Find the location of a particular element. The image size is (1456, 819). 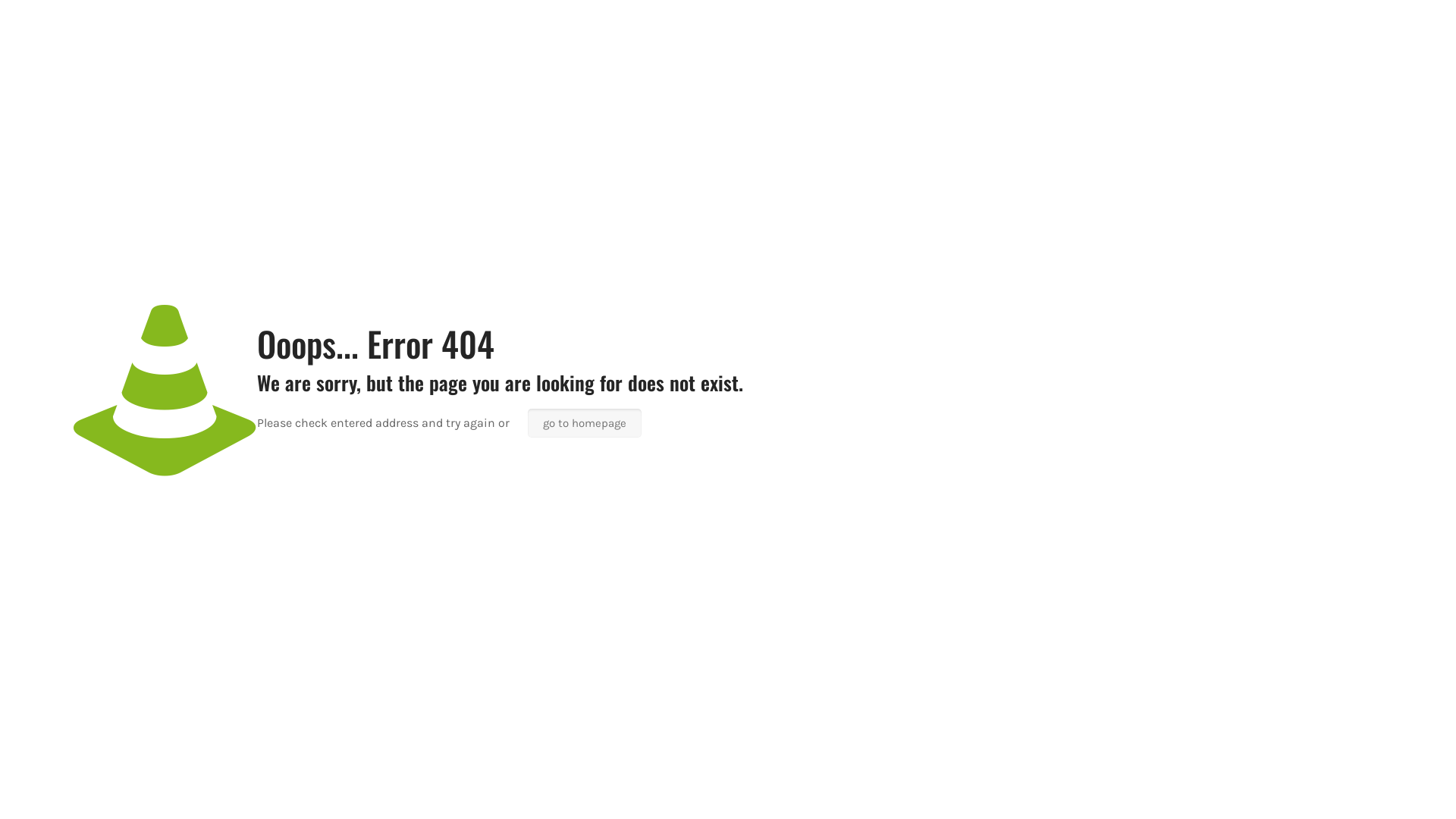

'go to homepage' is located at coordinates (584, 423).